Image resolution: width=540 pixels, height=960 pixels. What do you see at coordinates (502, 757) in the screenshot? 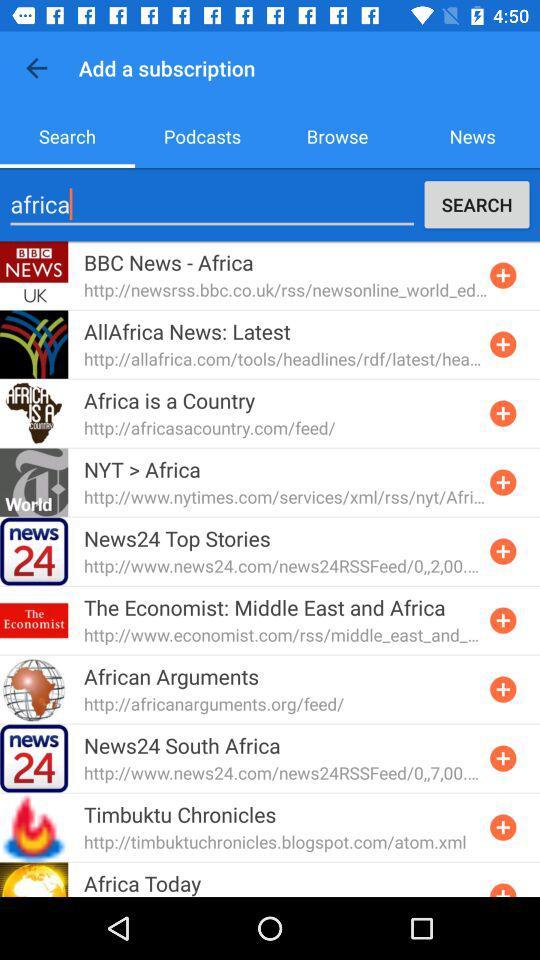
I see `subscription` at bounding box center [502, 757].